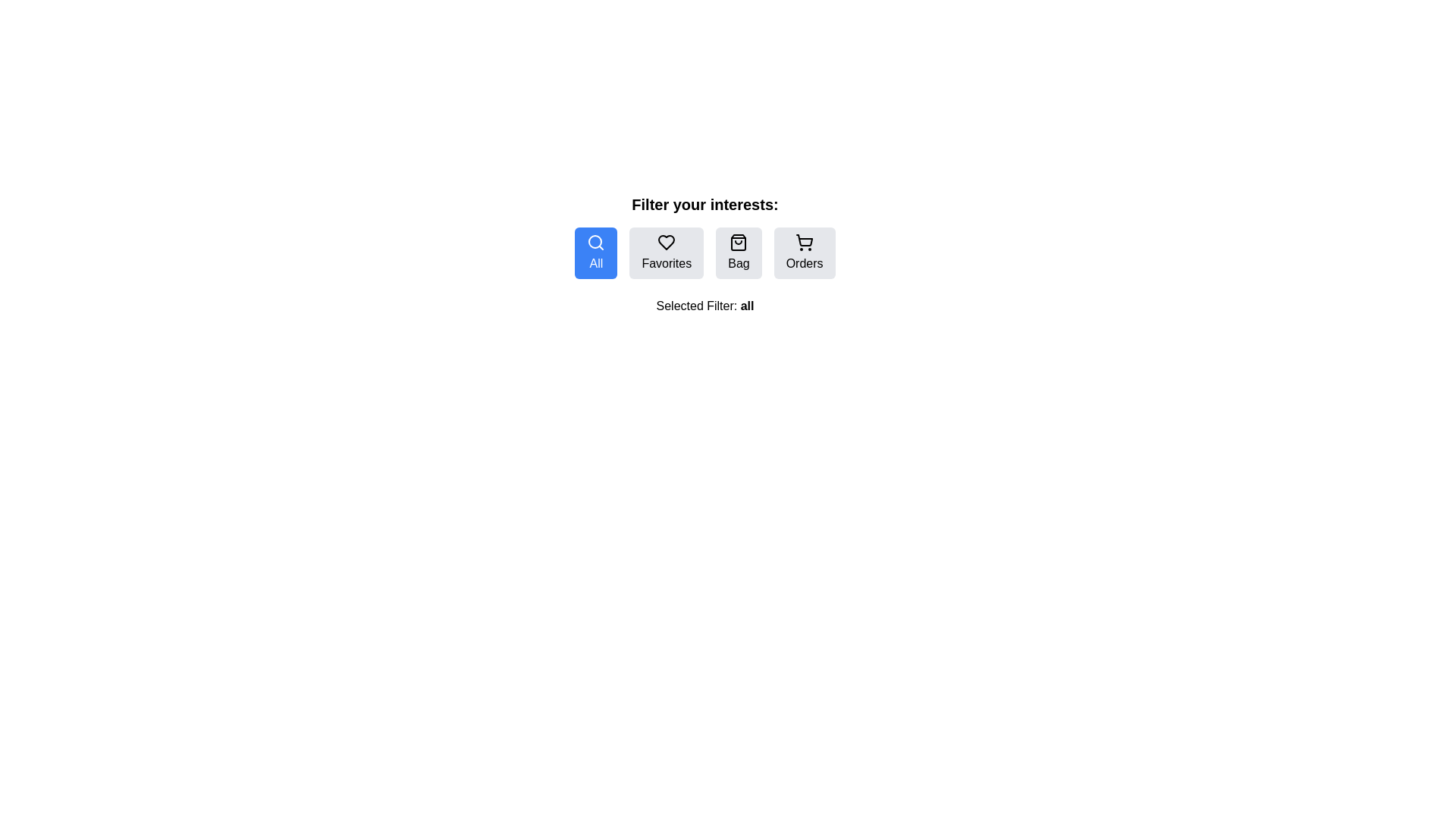 The width and height of the screenshot is (1456, 819). Describe the element at coordinates (666, 253) in the screenshot. I see `the filter Favorites to observe its visual feedback` at that location.